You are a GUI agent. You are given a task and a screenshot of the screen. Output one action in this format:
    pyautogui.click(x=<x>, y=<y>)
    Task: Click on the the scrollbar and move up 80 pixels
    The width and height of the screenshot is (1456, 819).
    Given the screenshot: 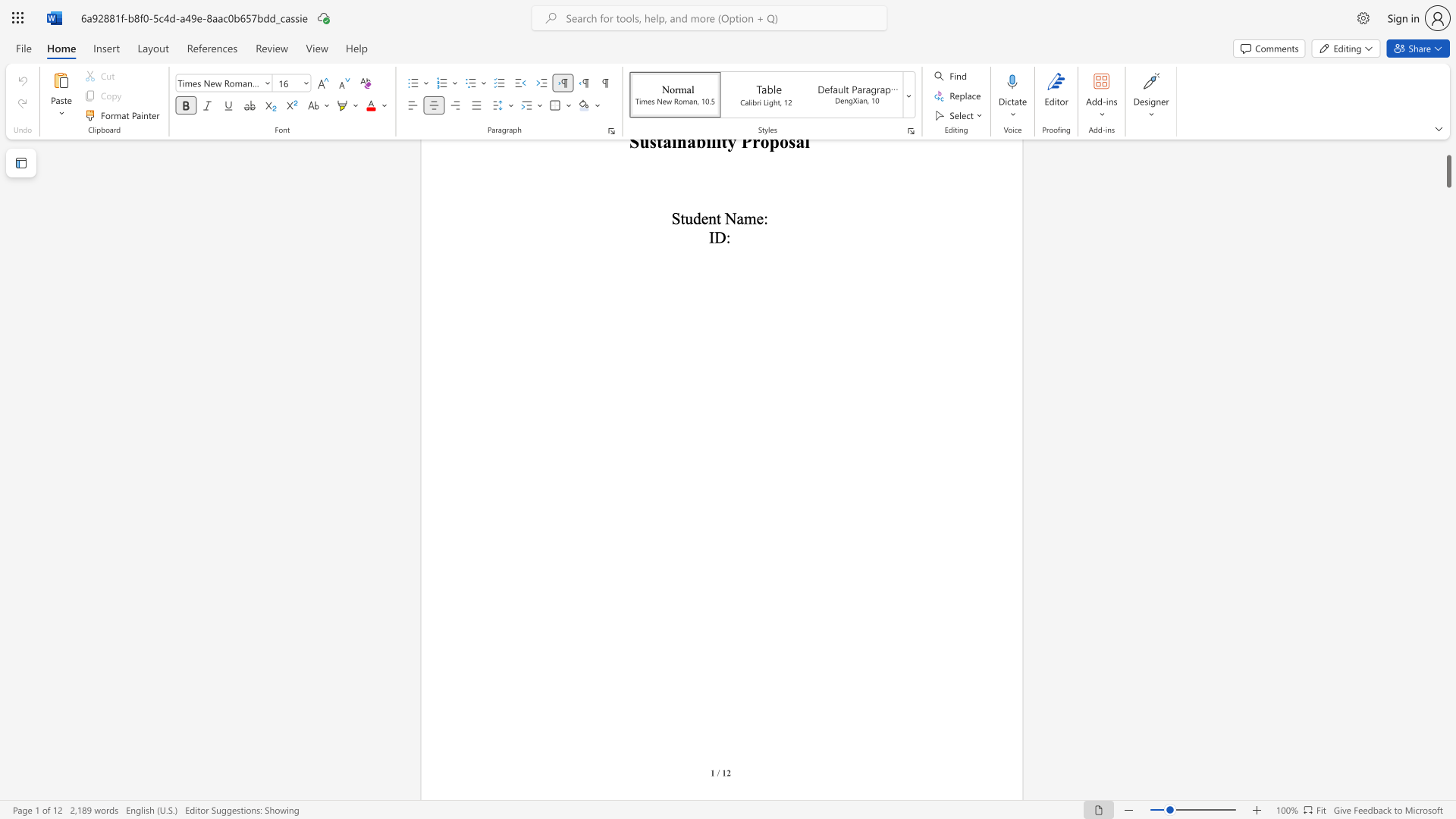 What is the action you would take?
    pyautogui.click(x=1448, y=171)
    